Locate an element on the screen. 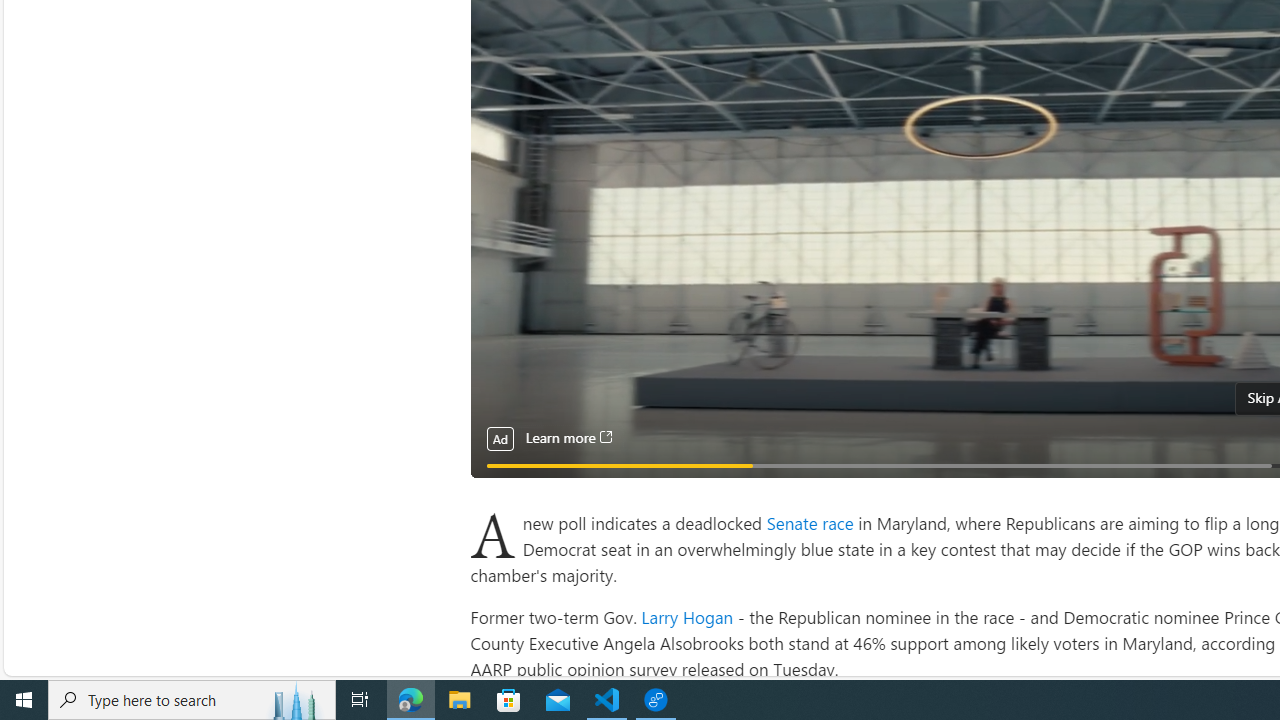 This screenshot has width=1280, height=720. 'Learn more' is located at coordinates (567, 437).